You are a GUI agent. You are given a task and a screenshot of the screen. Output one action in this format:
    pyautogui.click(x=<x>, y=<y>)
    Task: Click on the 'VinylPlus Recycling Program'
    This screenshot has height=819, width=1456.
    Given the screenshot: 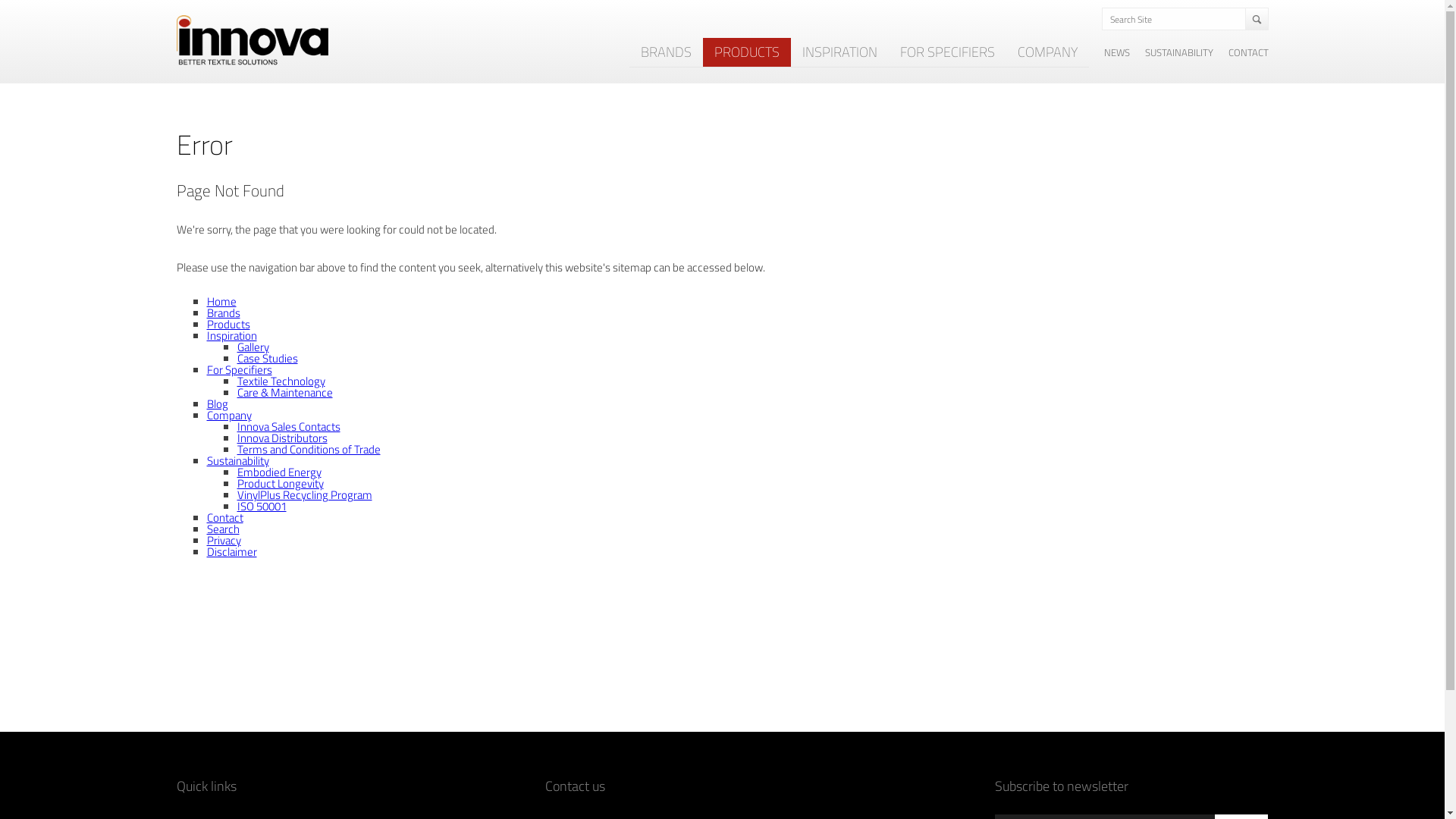 What is the action you would take?
    pyautogui.click(x=303, y=494)
    